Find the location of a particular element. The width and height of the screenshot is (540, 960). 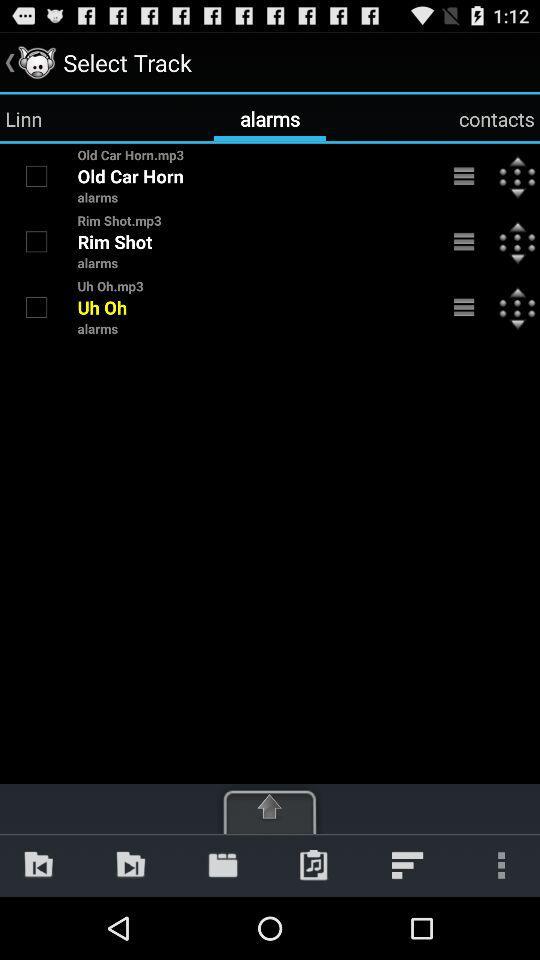

menu bar on the first text is located at coordinates (464, 175).